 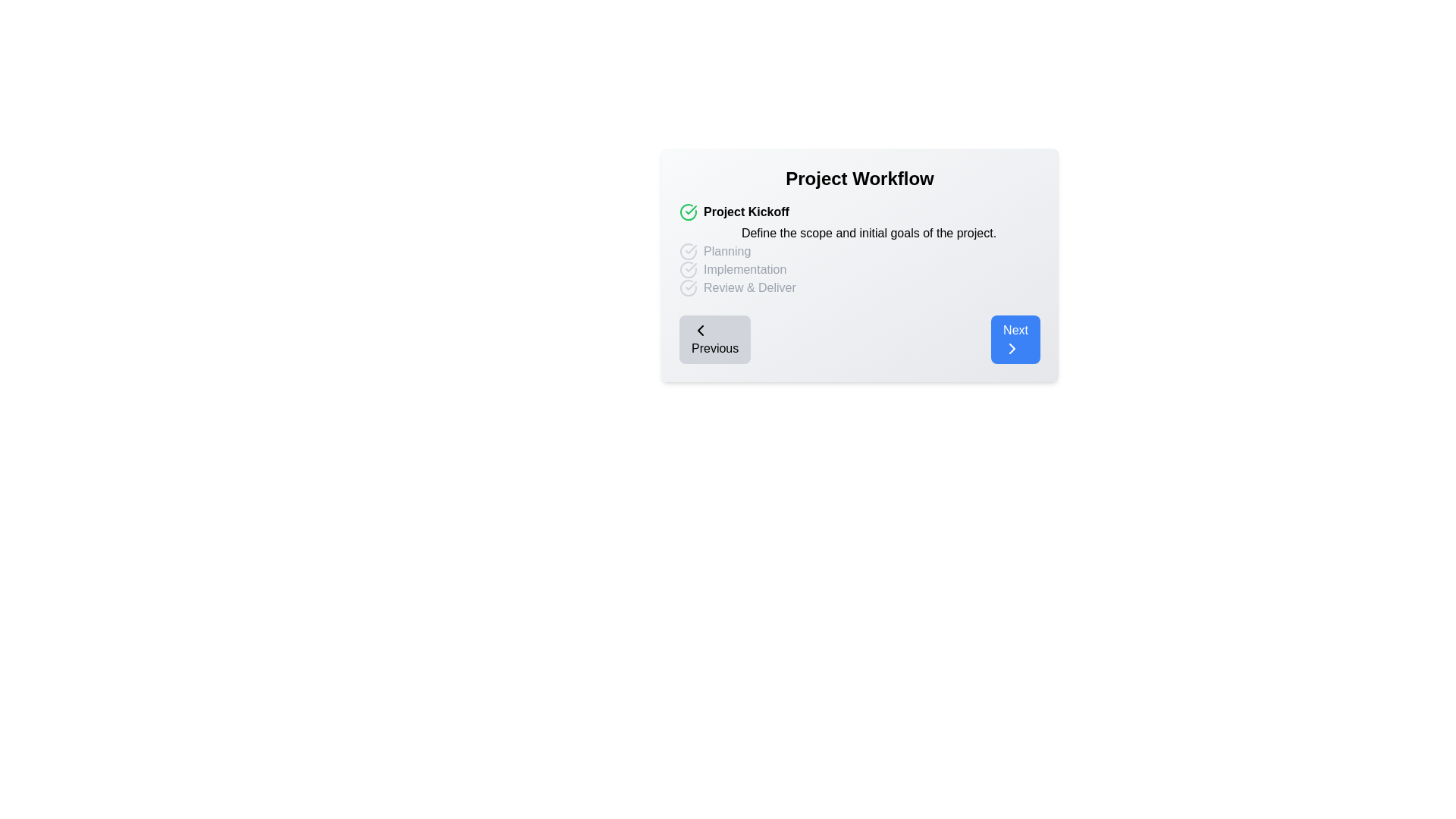 I want to click on the 'Previous' button to navigate to the previous step in the timeline, so click(x=714, y=338).